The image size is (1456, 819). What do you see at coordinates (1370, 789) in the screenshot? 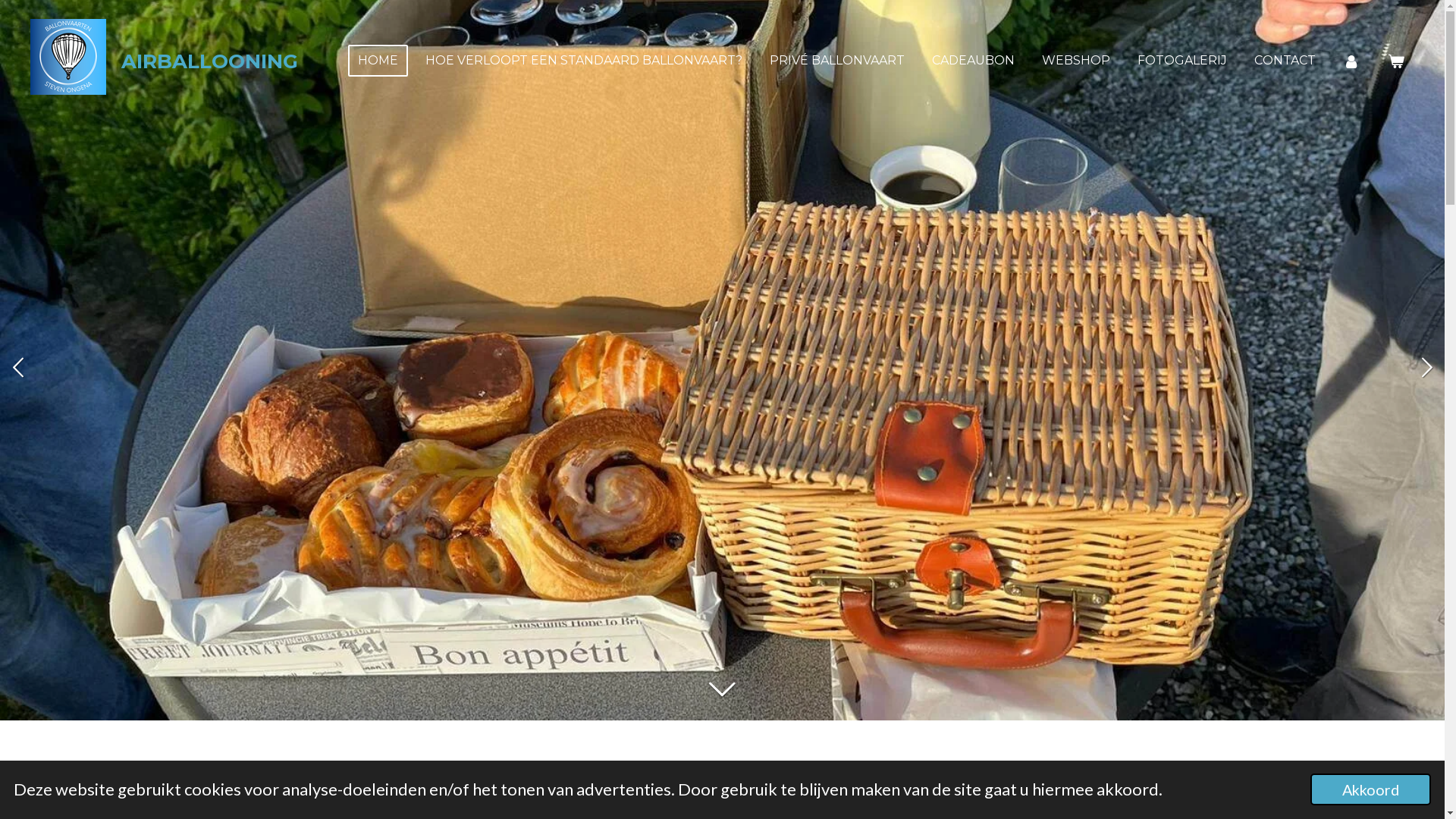
I see `'Akkoord'` at bounding box center [1370, 789].